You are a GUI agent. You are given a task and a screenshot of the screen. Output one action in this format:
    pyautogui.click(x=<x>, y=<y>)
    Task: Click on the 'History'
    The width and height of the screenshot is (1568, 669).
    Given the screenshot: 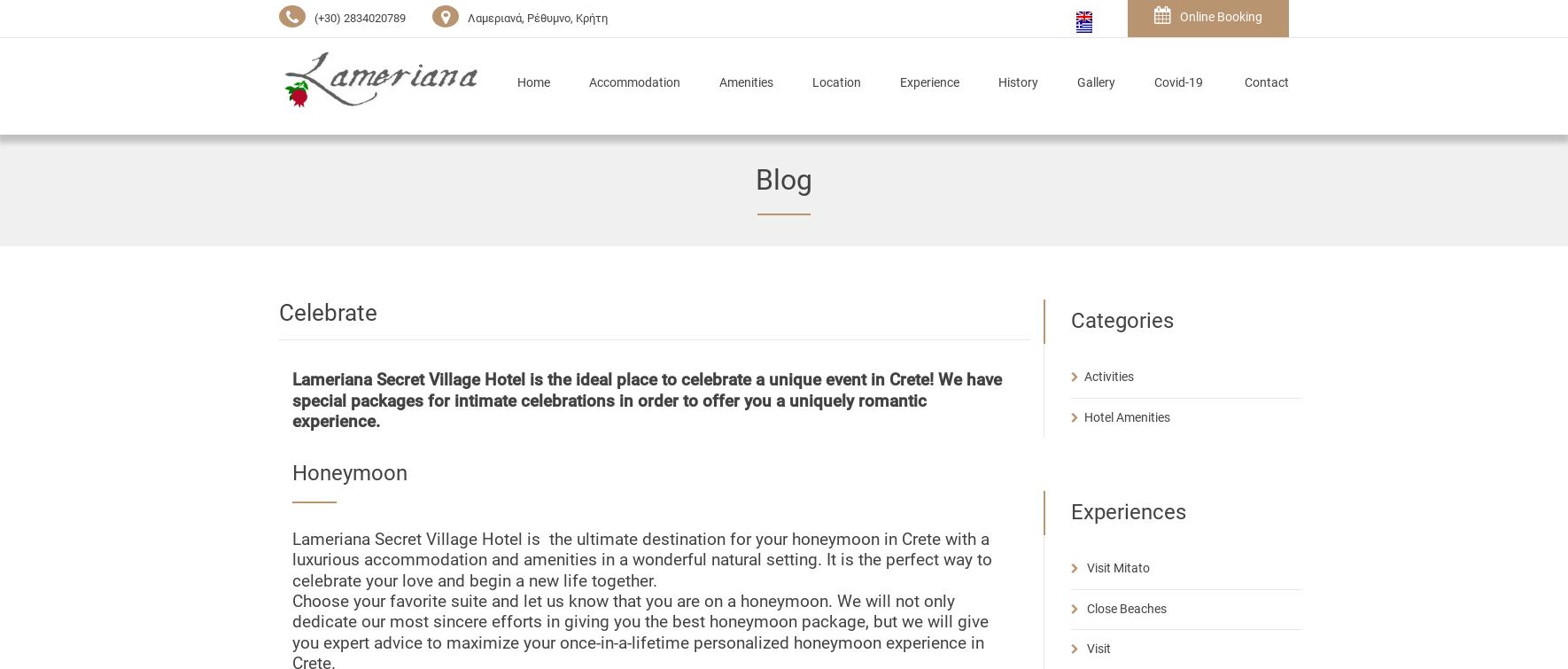 What is the action you would take?
    pyautogui.click(x=1018, y=82)
    